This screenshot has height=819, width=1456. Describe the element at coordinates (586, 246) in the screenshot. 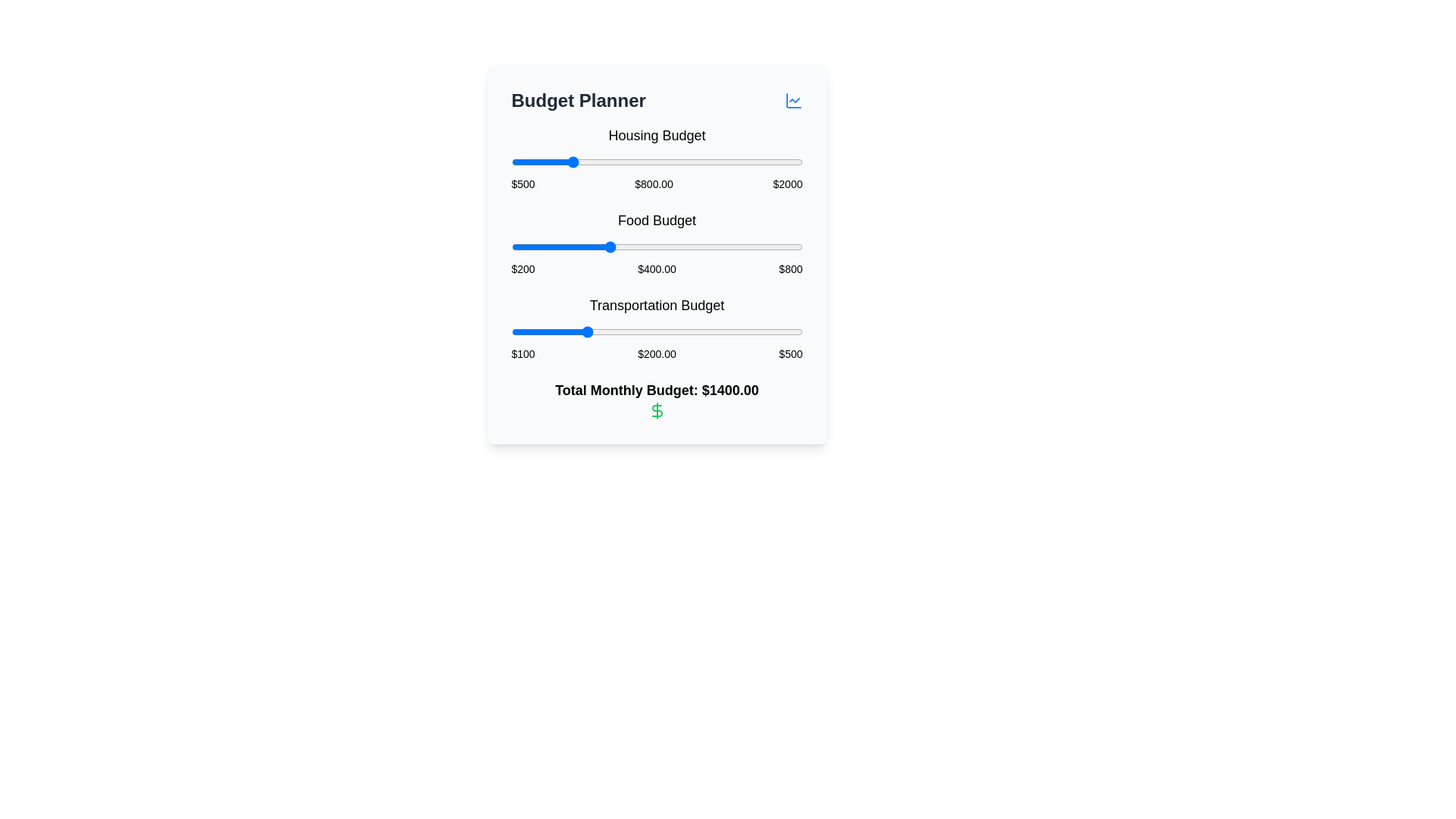

I see `the Food Budget slider` at that location.